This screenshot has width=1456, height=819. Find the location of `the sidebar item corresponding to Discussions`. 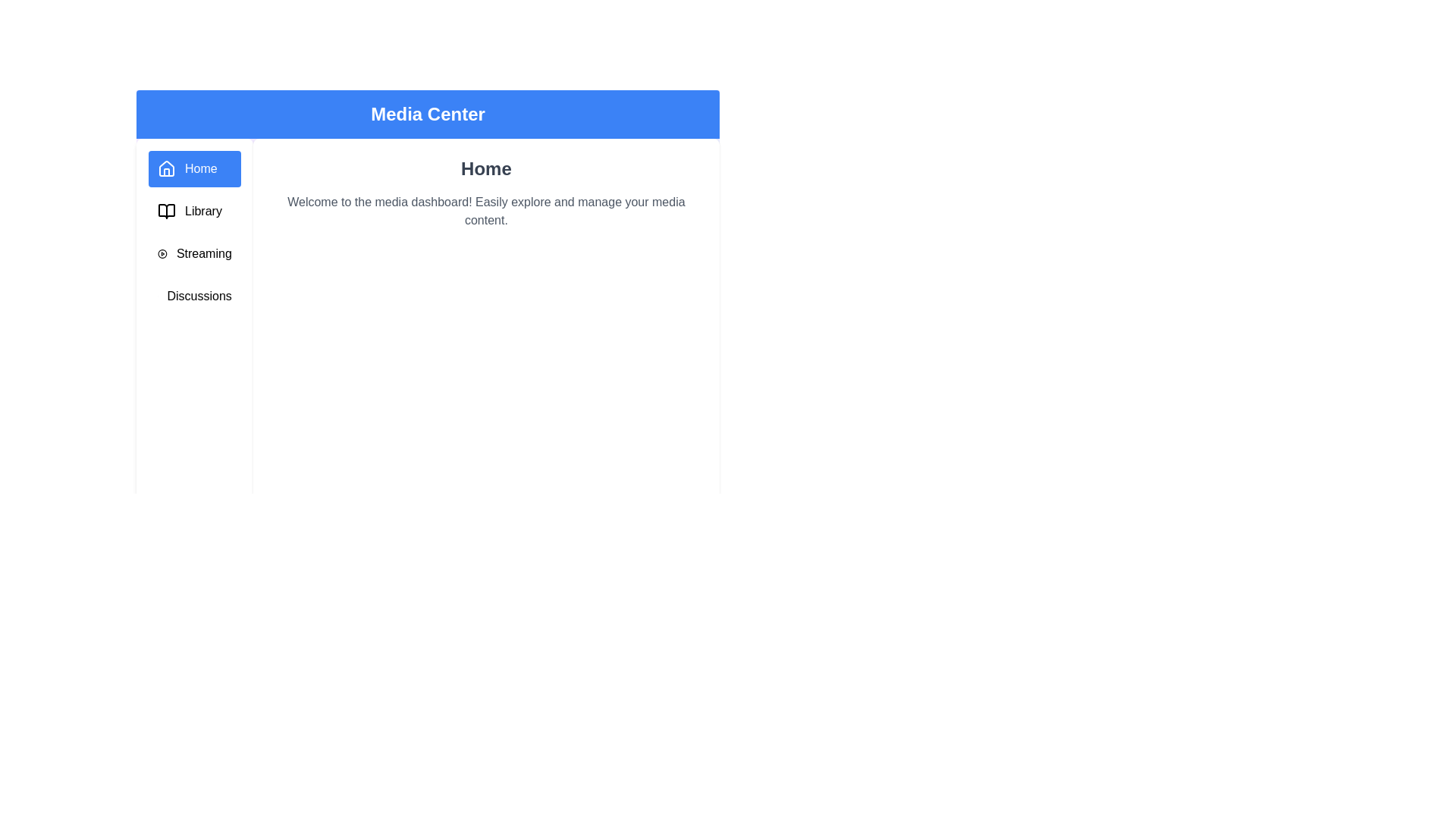

the sidebar item corresponding to Discussions is located at coordinates (193, 296).